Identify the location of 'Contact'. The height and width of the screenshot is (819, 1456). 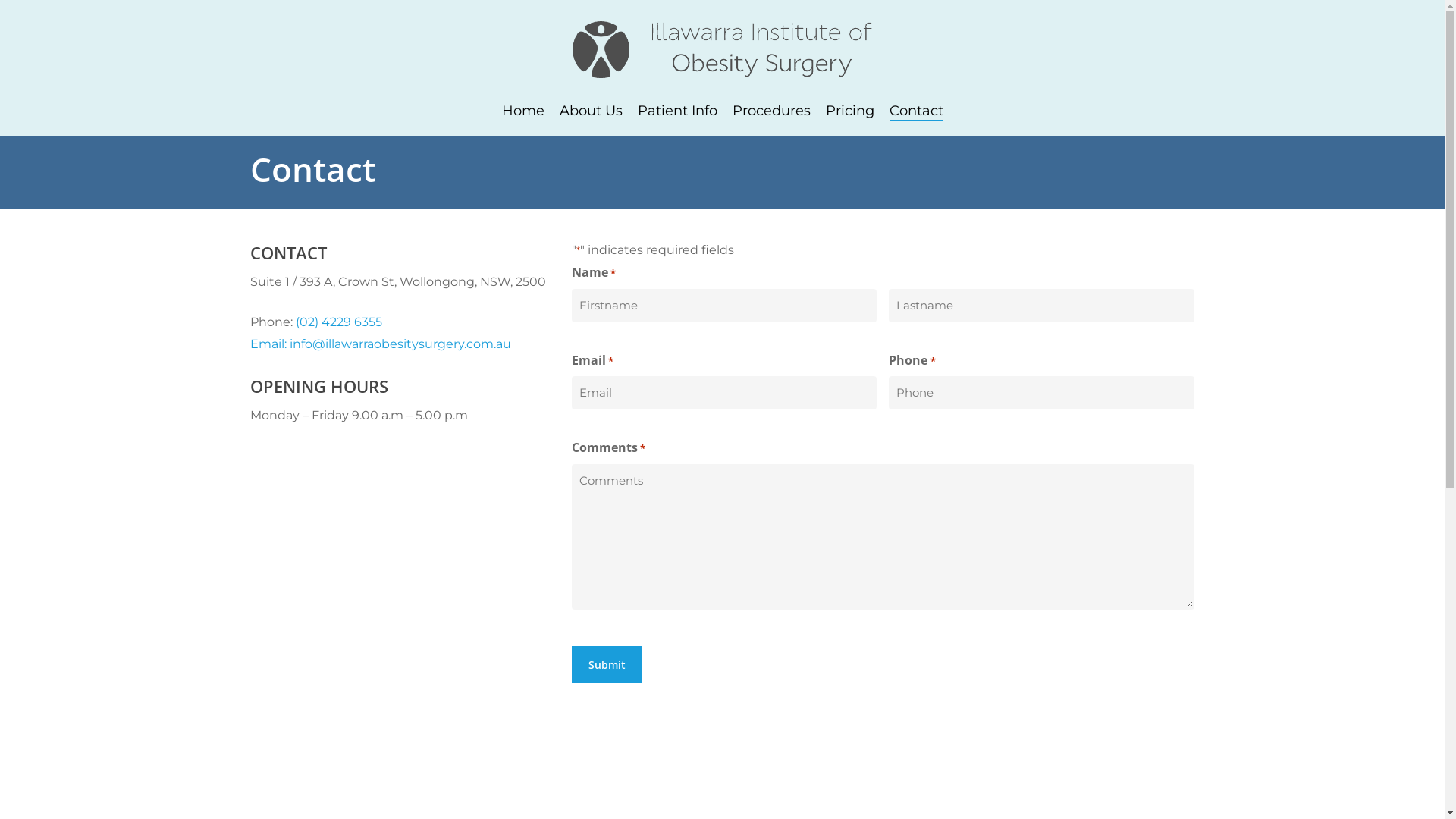
(915, 110).